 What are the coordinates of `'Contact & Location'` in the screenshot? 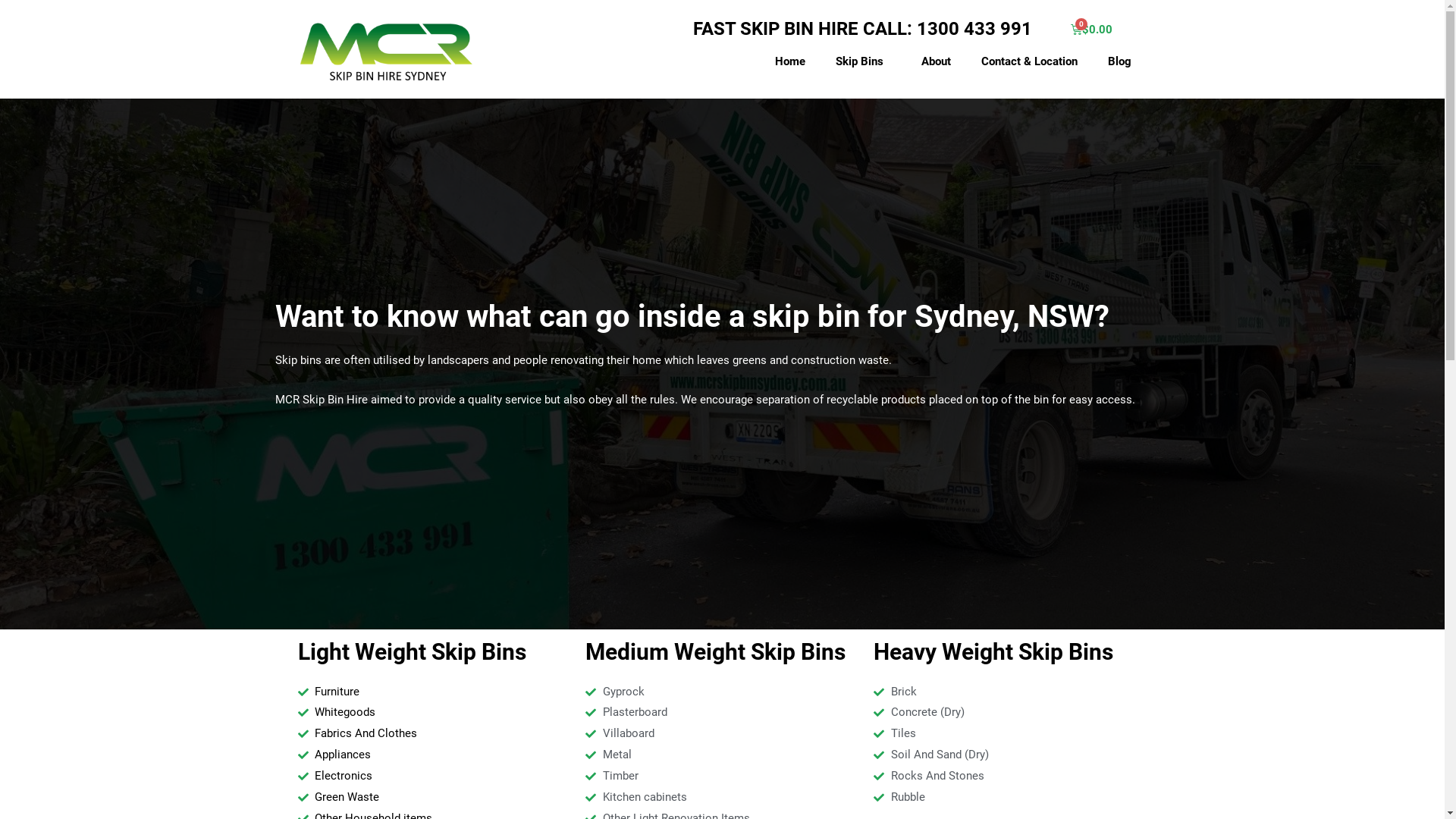 It's located at (1029, 61).